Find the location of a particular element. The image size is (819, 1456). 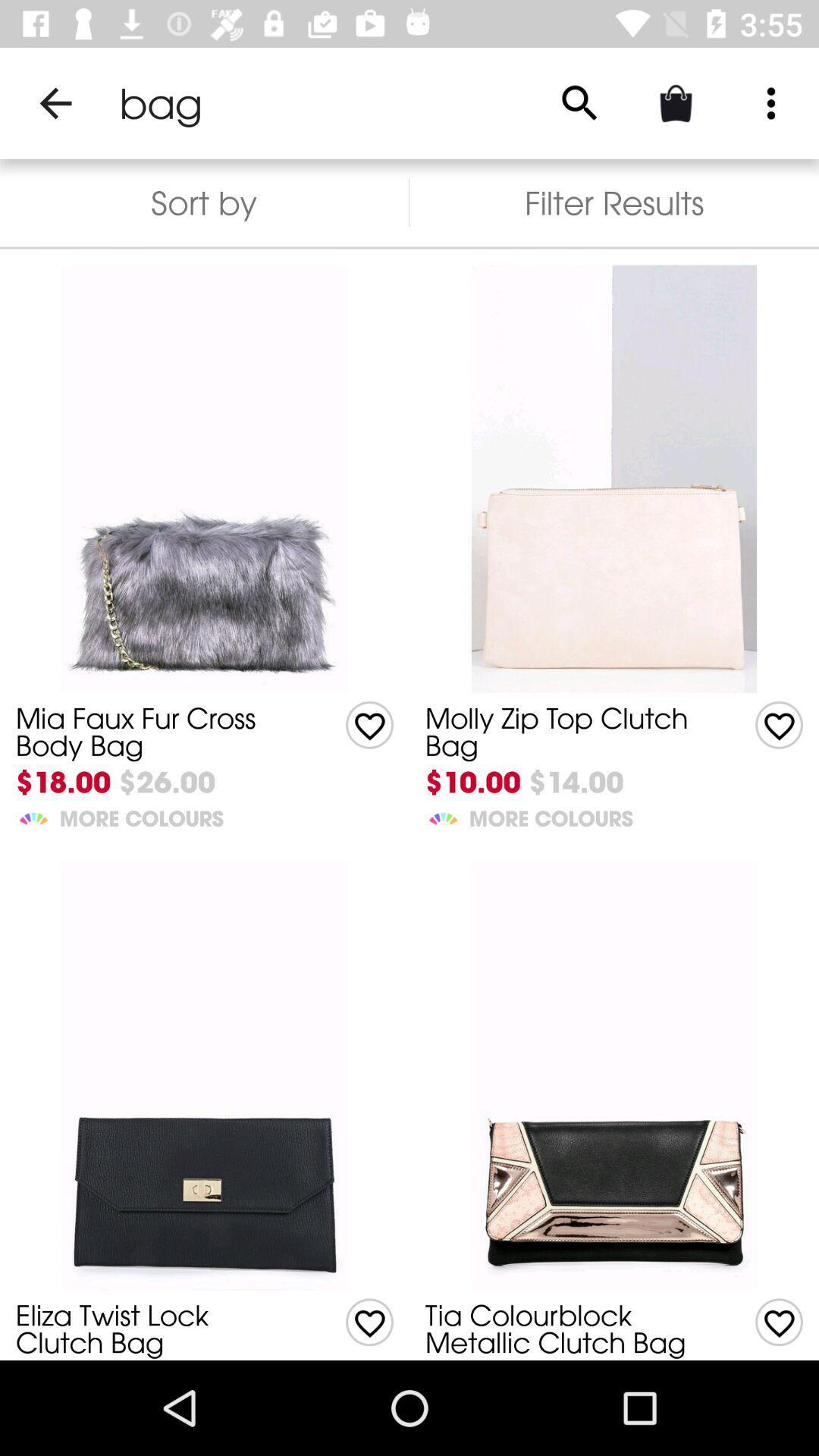

like is located at coordinates (779, 724).